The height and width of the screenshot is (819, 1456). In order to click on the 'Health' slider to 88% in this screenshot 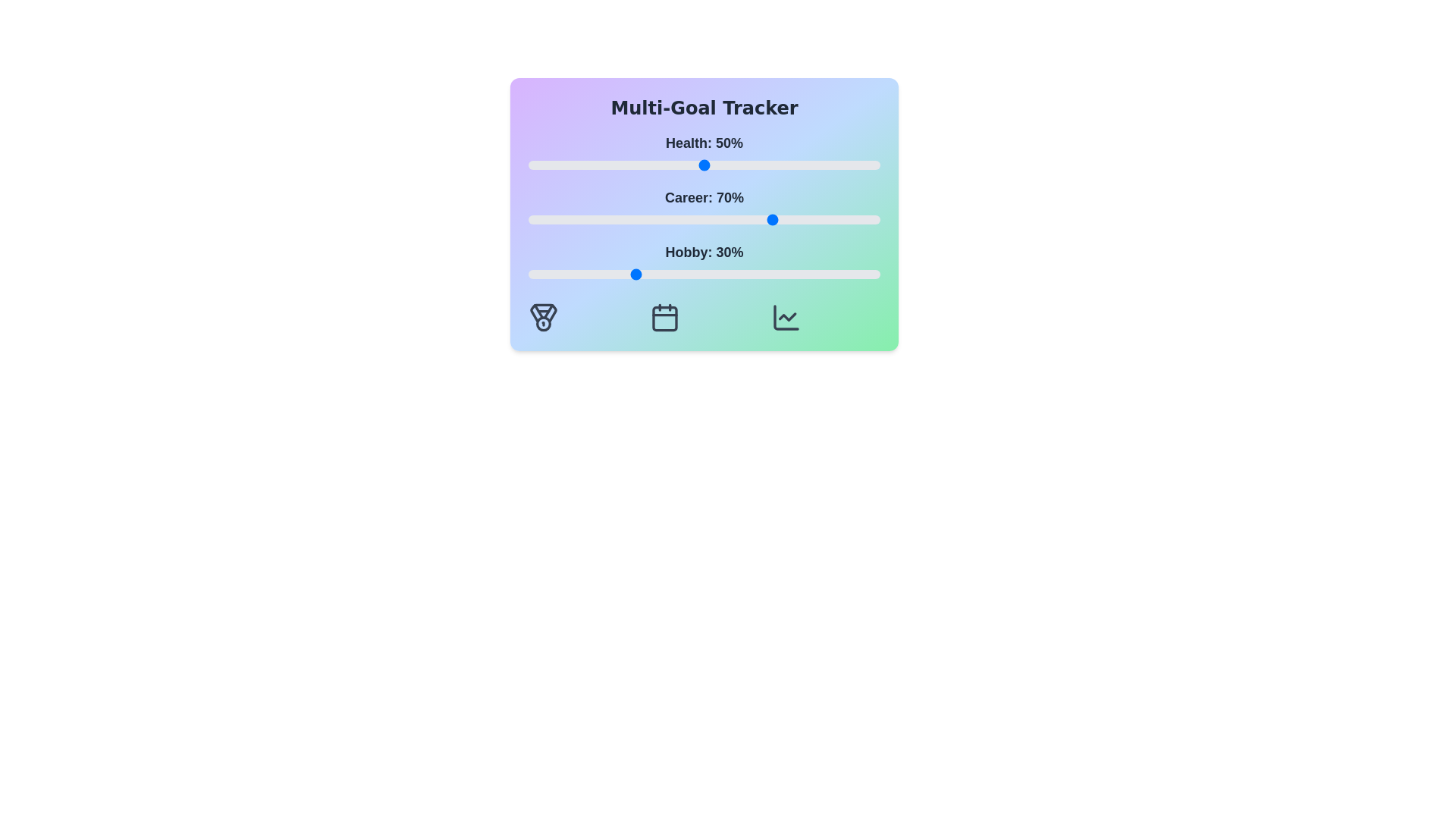, I will do `click(837, 165)`.